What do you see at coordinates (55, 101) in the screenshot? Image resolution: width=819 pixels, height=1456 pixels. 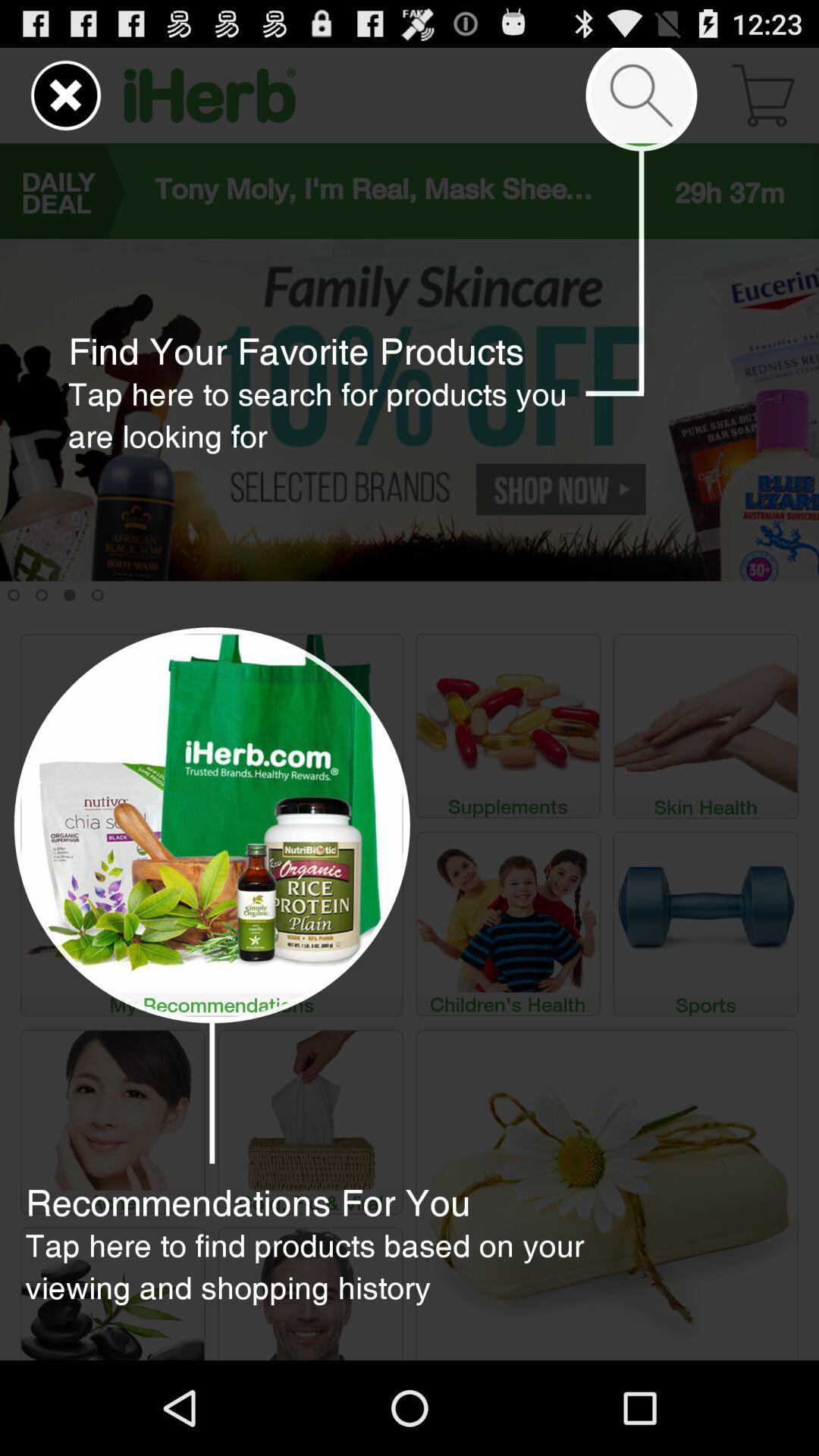 I see `the close icon` at bounding box center [55, 101].